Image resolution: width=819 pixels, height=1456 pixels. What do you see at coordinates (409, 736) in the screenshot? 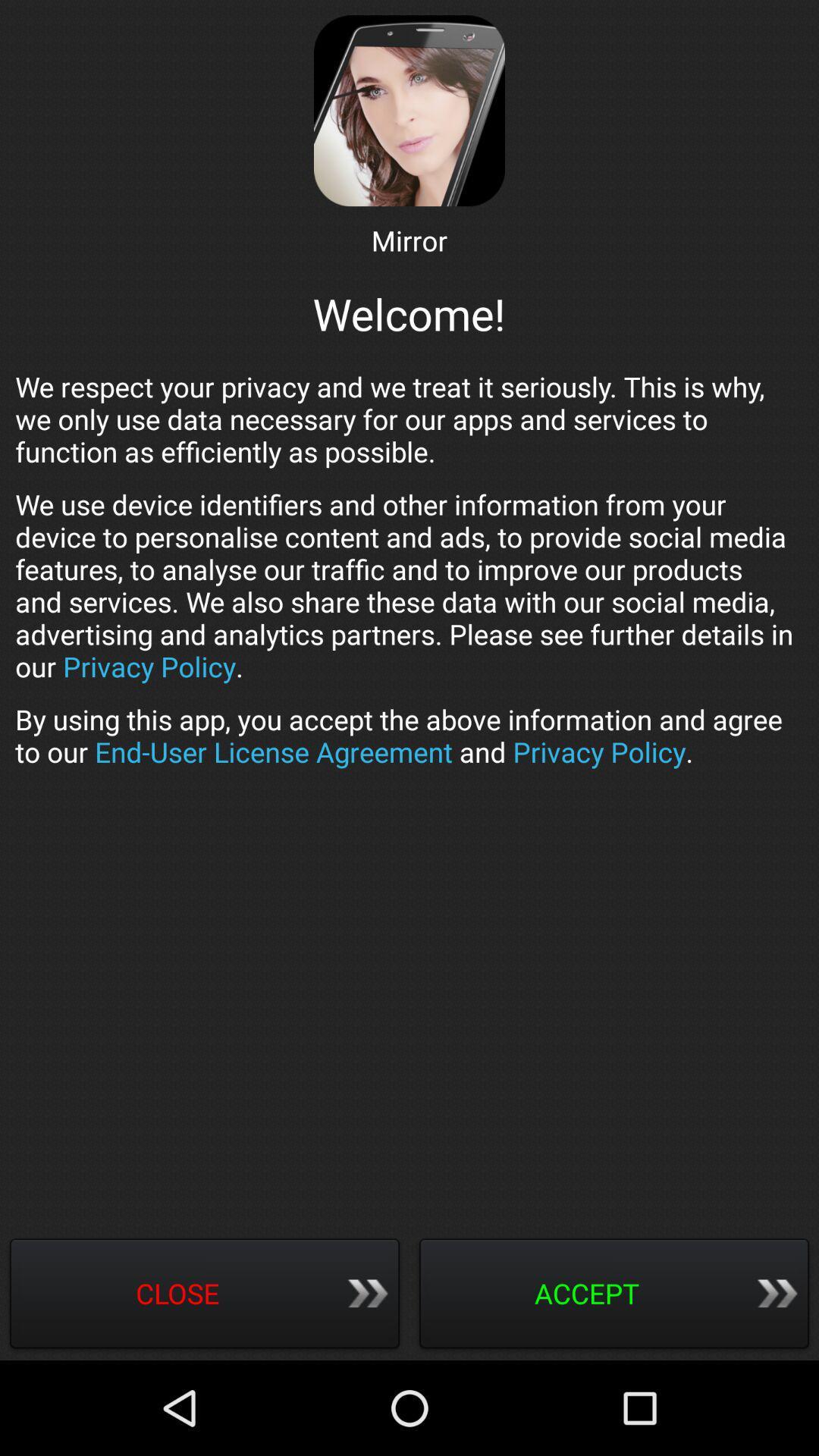
I see `the app below we use device icon` at bounding box center [409, 736].